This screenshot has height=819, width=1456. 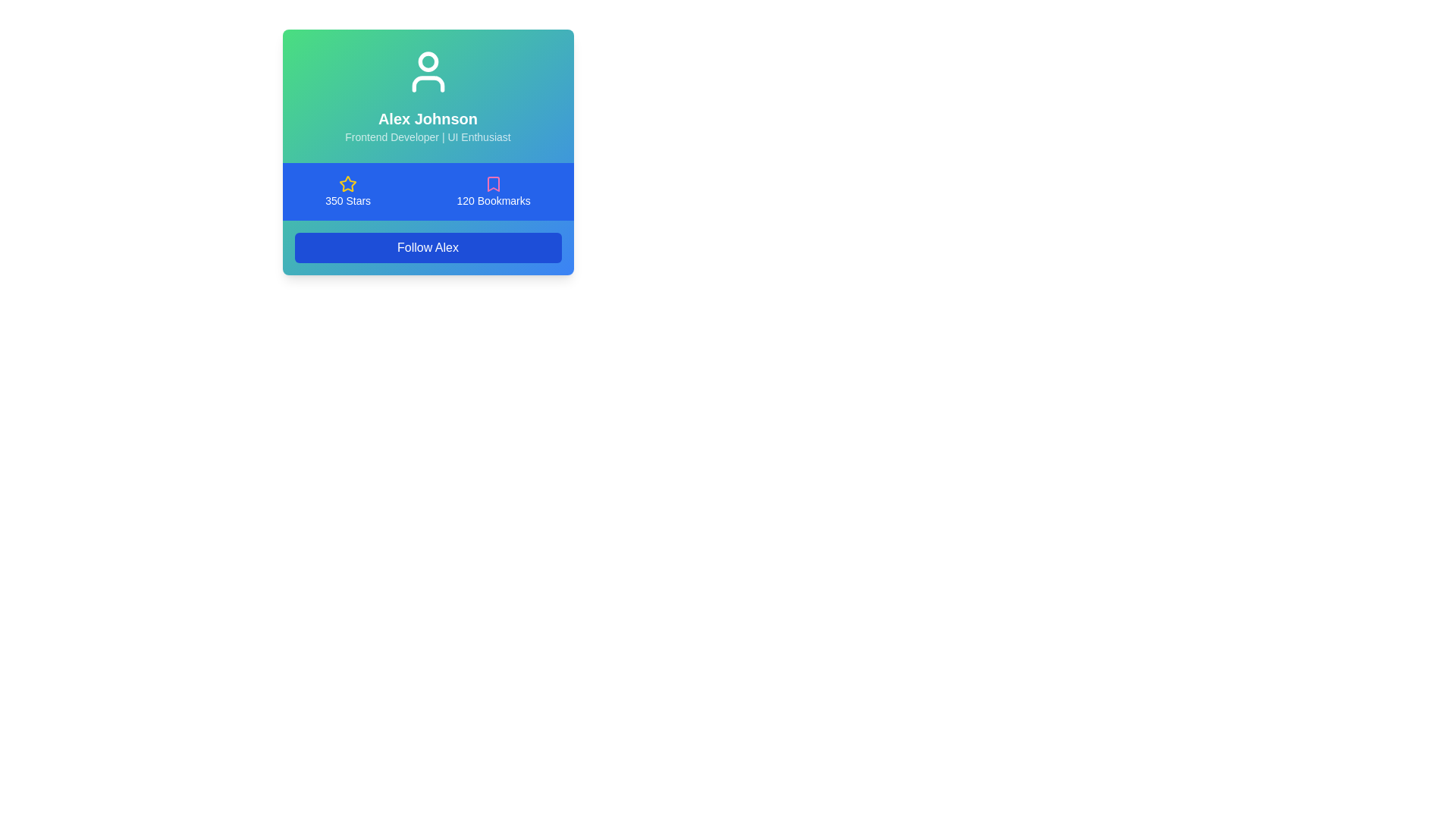 What do you see at coordinates (427, 137) in the screenshot?
I see `the descriptive subtitle text element located beneath the 'Alex Johnson' display within the profile card` at bounding box center [427, 137].